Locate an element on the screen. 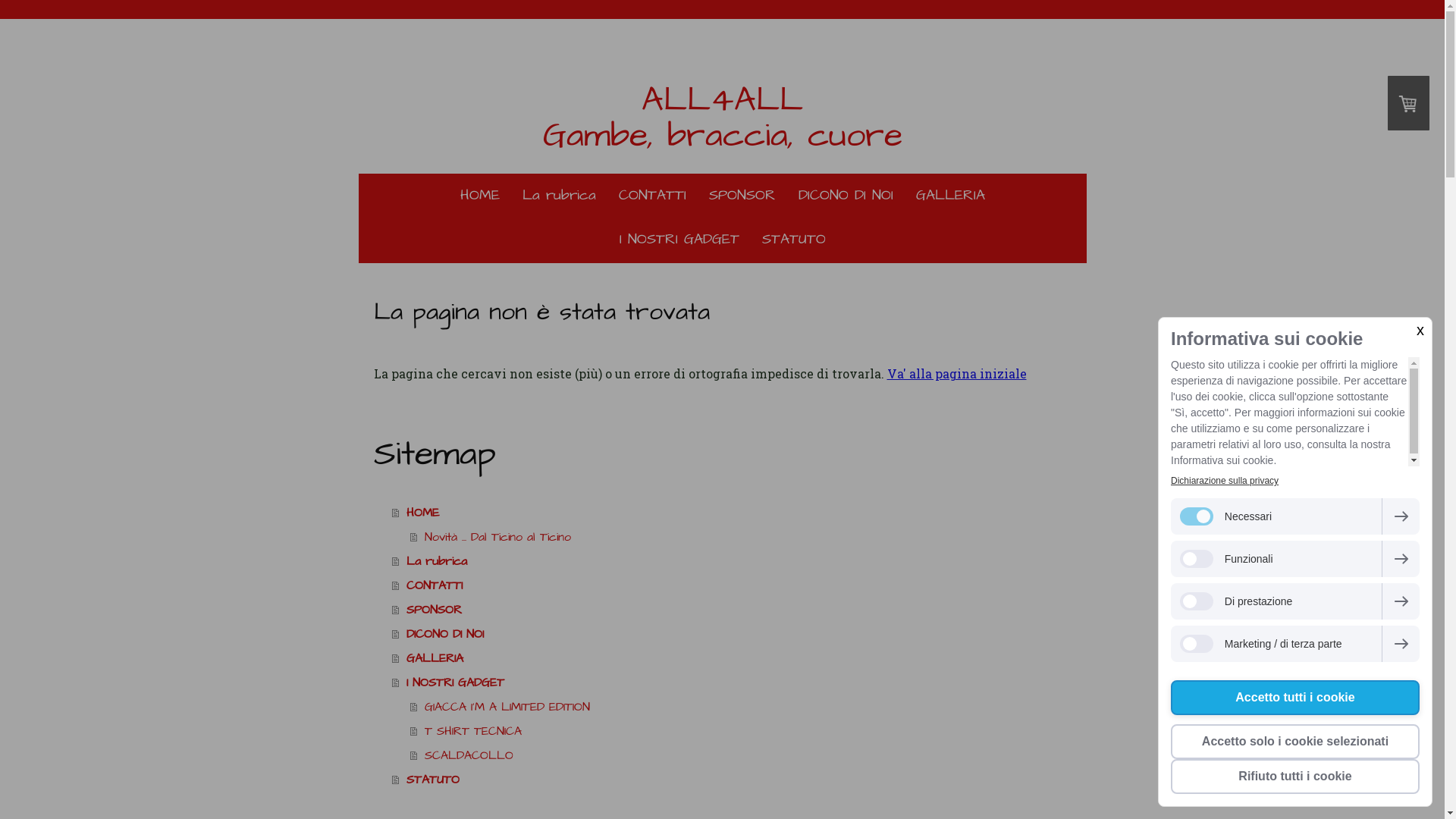 This screenshot has height=819, width=1456. 'Va' alla pagina iniziale' is located at coordinates (956, 373).